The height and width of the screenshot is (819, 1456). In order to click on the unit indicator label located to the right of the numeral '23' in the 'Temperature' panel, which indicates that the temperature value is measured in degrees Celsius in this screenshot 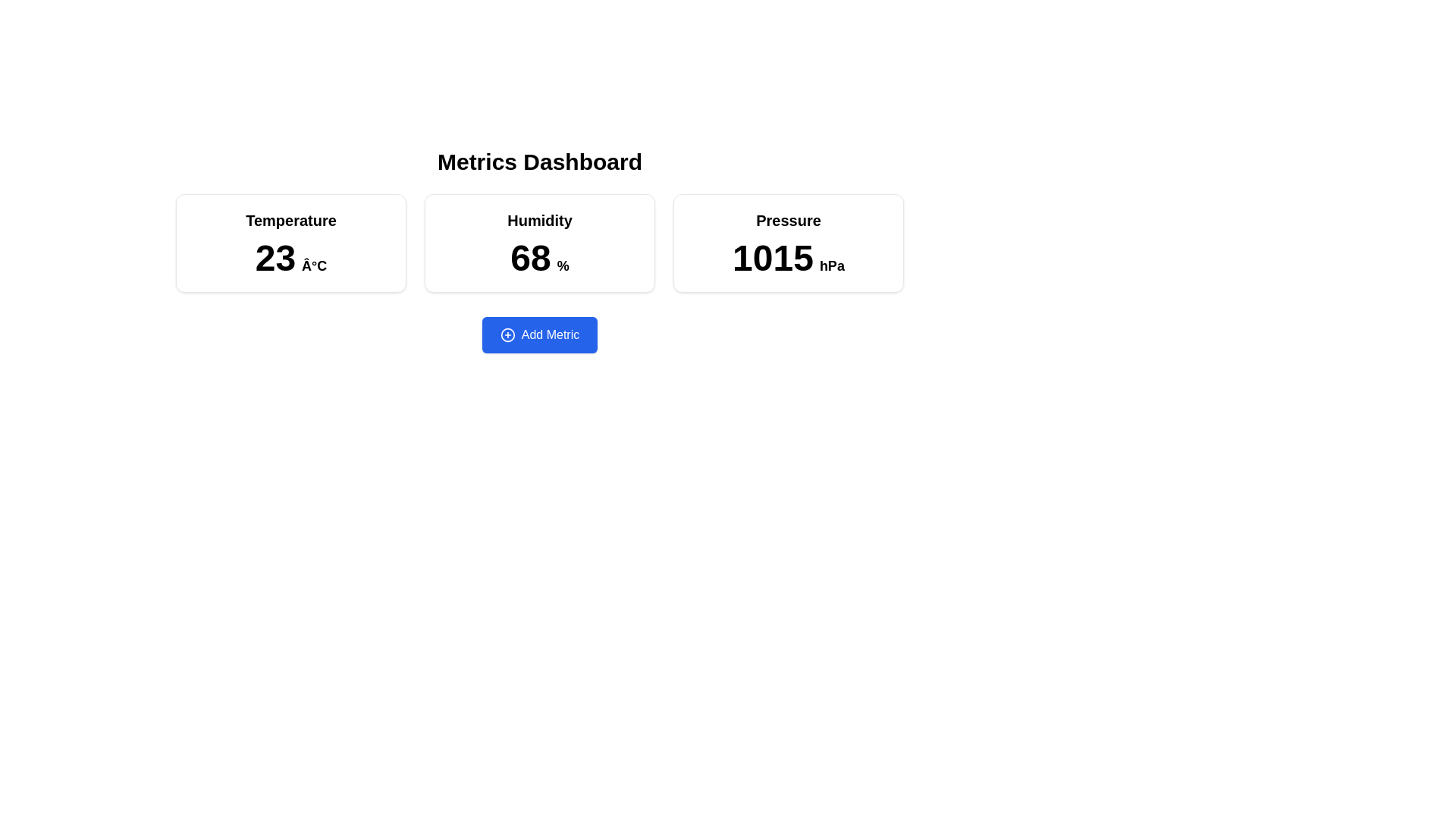, I will do `click(313, 265)`.